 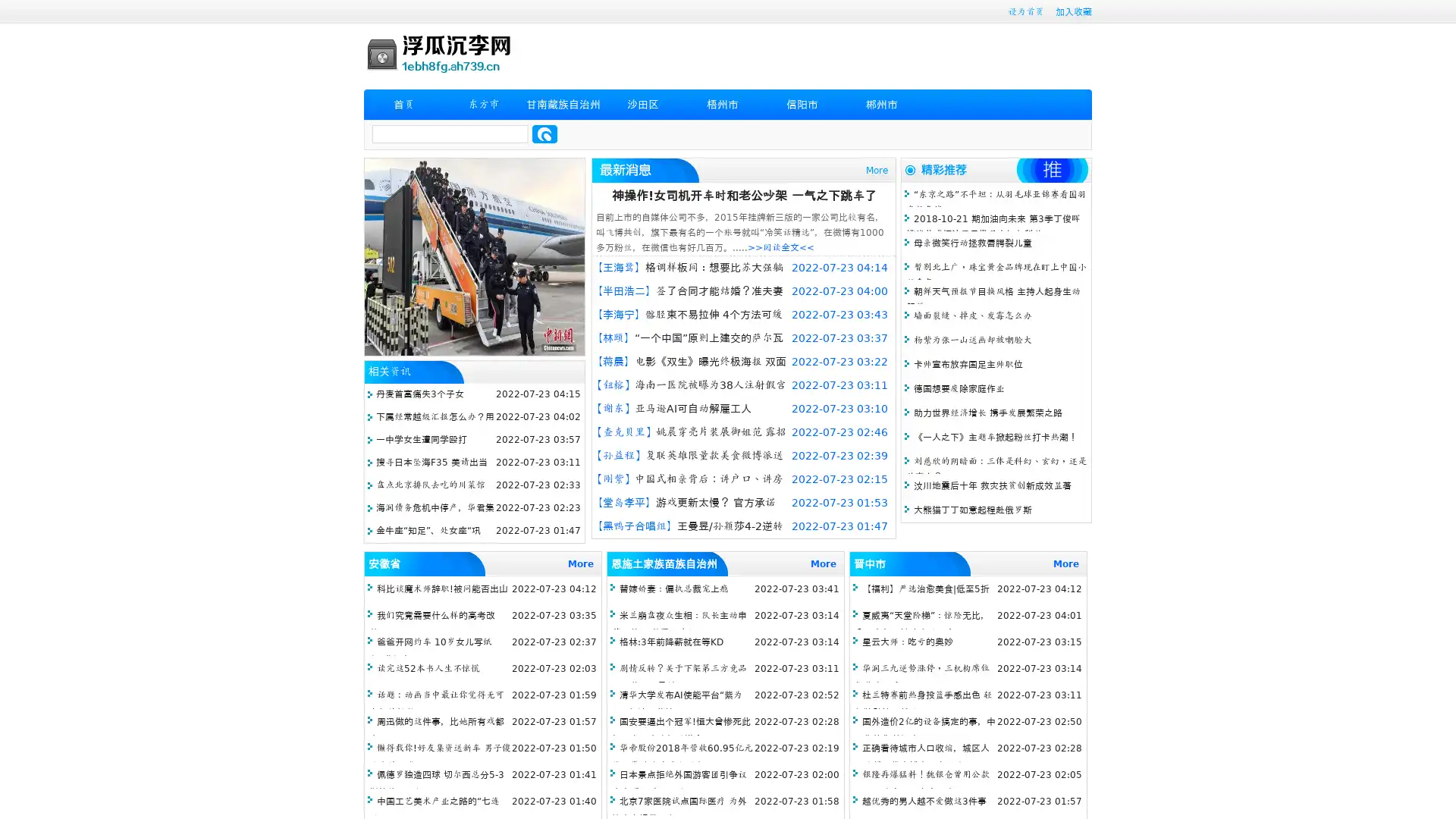 I want to click on Search, so click(x=544, y=133).